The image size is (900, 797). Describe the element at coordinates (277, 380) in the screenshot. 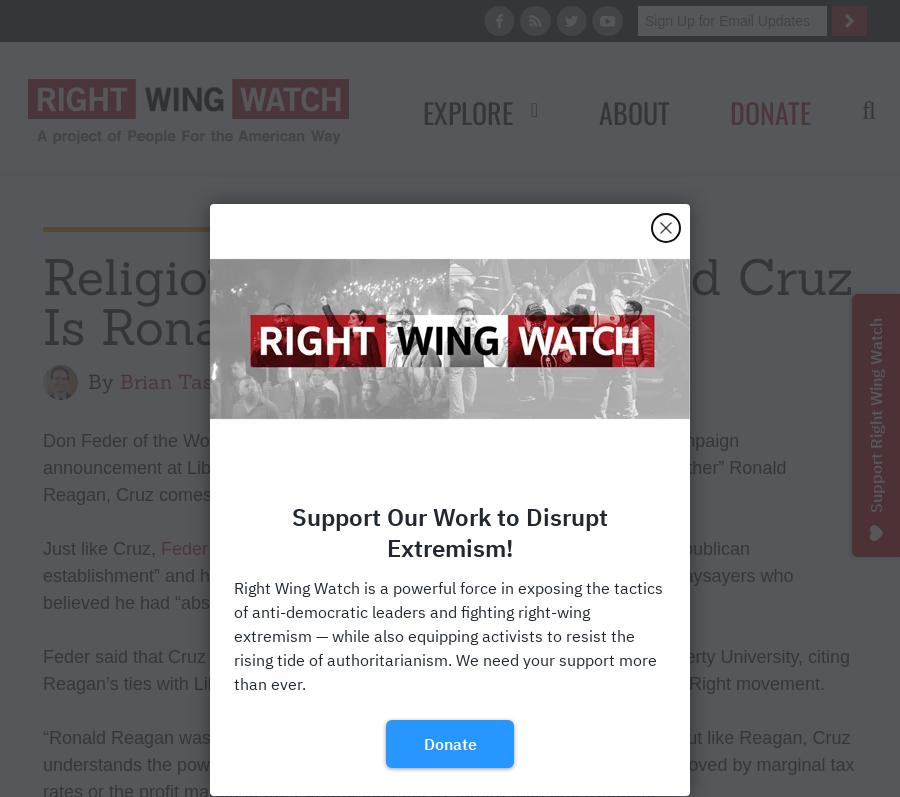

I see `'|'` at that location.